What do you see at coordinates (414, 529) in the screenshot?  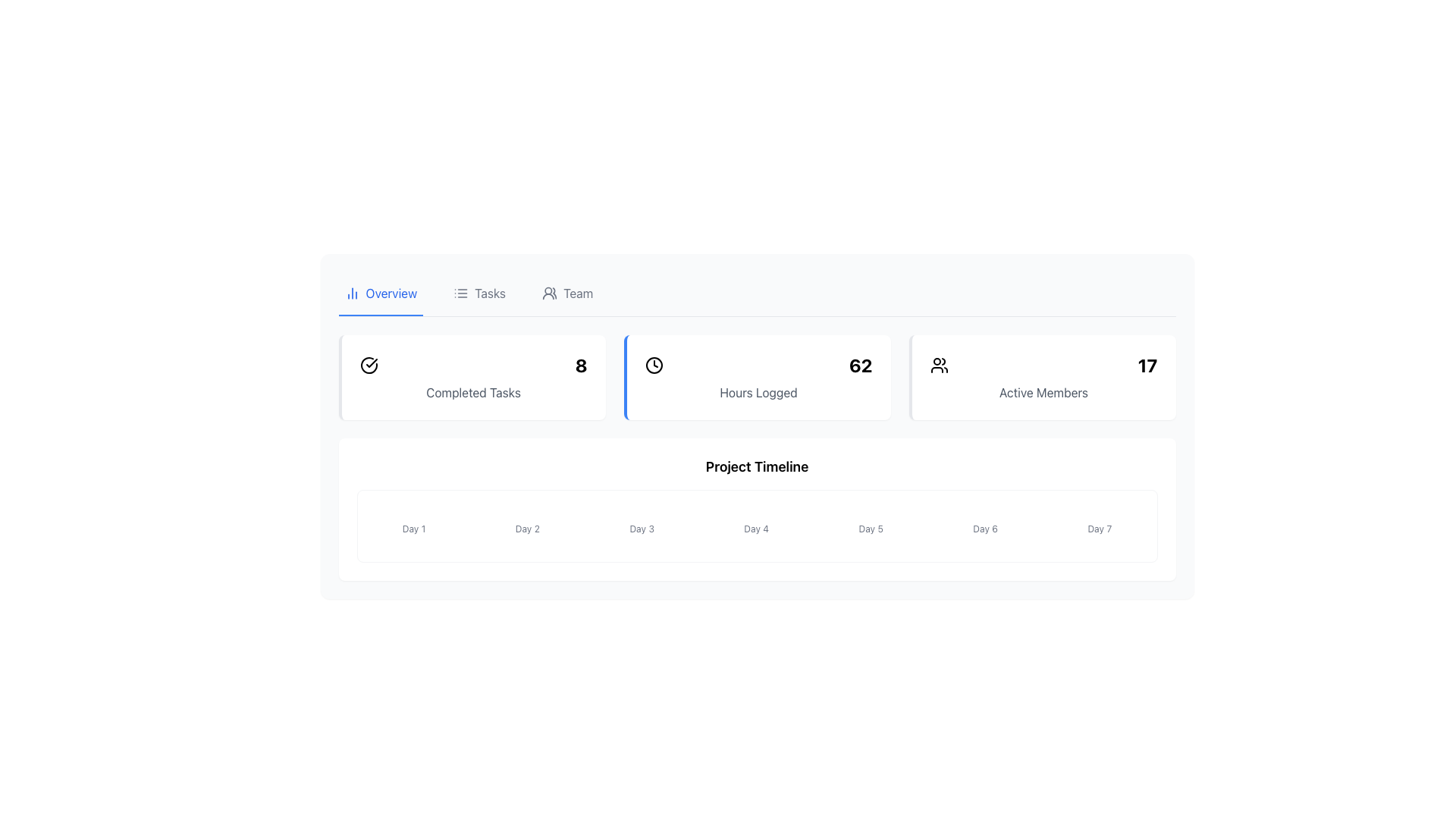 I see `the text label that signifies the first day in the timeline section, located below the circular indicator element` at bounding box center [414, 529].